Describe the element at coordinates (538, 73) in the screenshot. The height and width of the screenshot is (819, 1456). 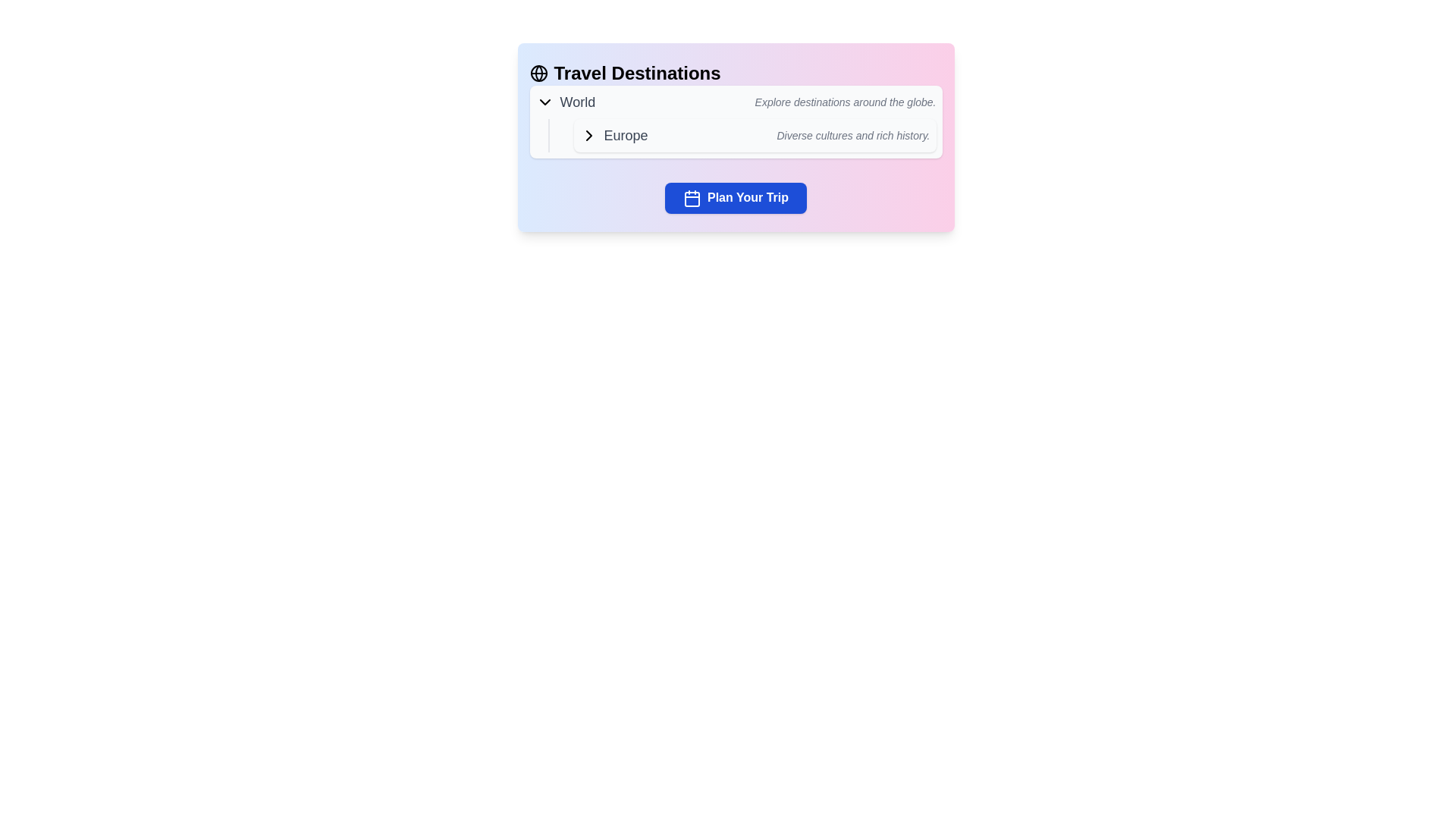
I see `the decorative SVG circle element in the globe icon, located adjacent to the title 'Travel Destinations'` at that location.